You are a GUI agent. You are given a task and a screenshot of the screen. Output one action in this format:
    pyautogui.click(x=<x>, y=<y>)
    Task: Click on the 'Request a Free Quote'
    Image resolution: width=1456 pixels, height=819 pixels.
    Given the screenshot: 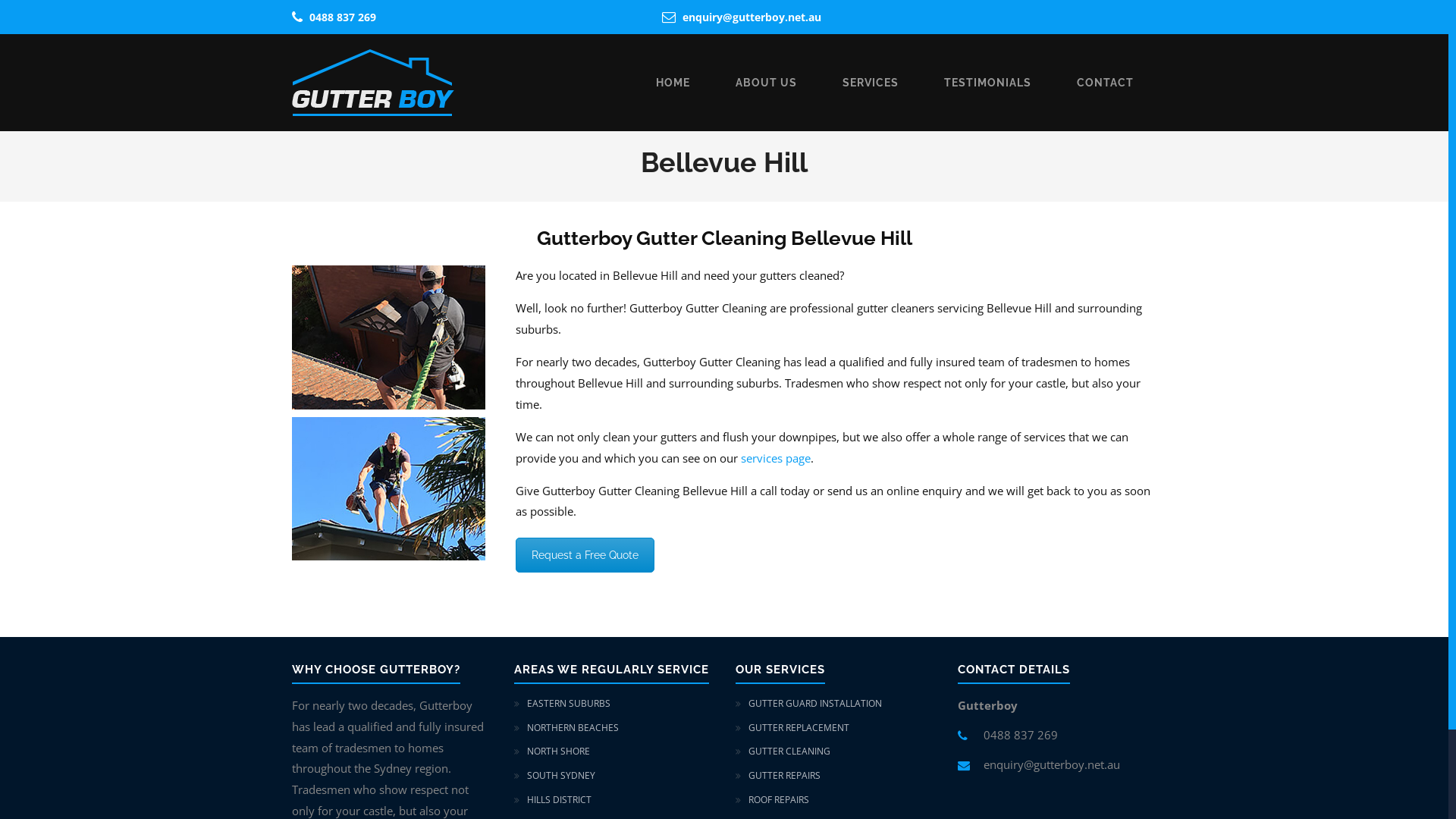 What is the action you would take?
    pyautogui.click(x=584, y=555)
    